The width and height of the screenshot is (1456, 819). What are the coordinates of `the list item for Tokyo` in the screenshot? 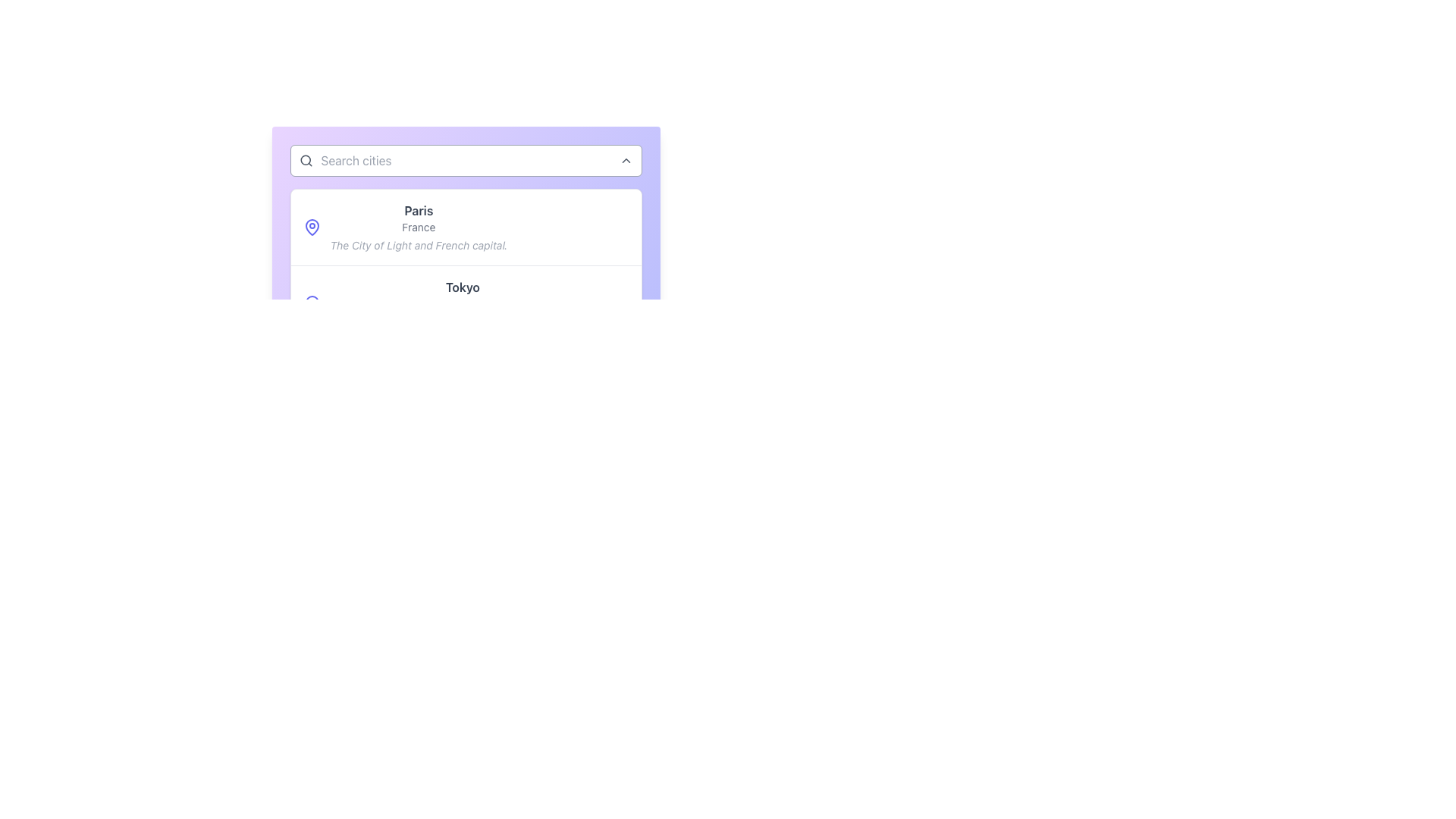 It's located at (465, 303).